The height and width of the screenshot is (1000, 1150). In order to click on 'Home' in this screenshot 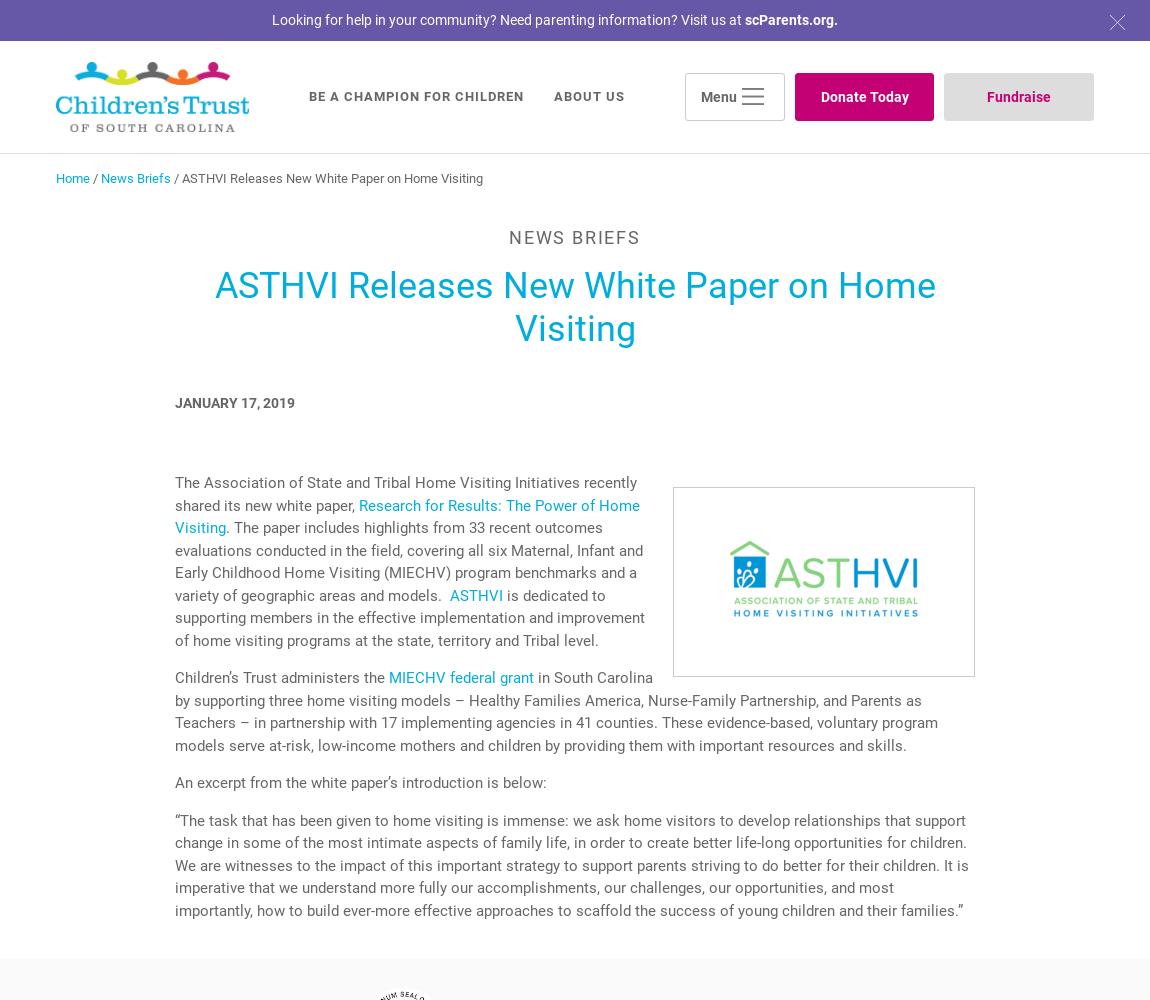, I will do `click(72, 178)`.